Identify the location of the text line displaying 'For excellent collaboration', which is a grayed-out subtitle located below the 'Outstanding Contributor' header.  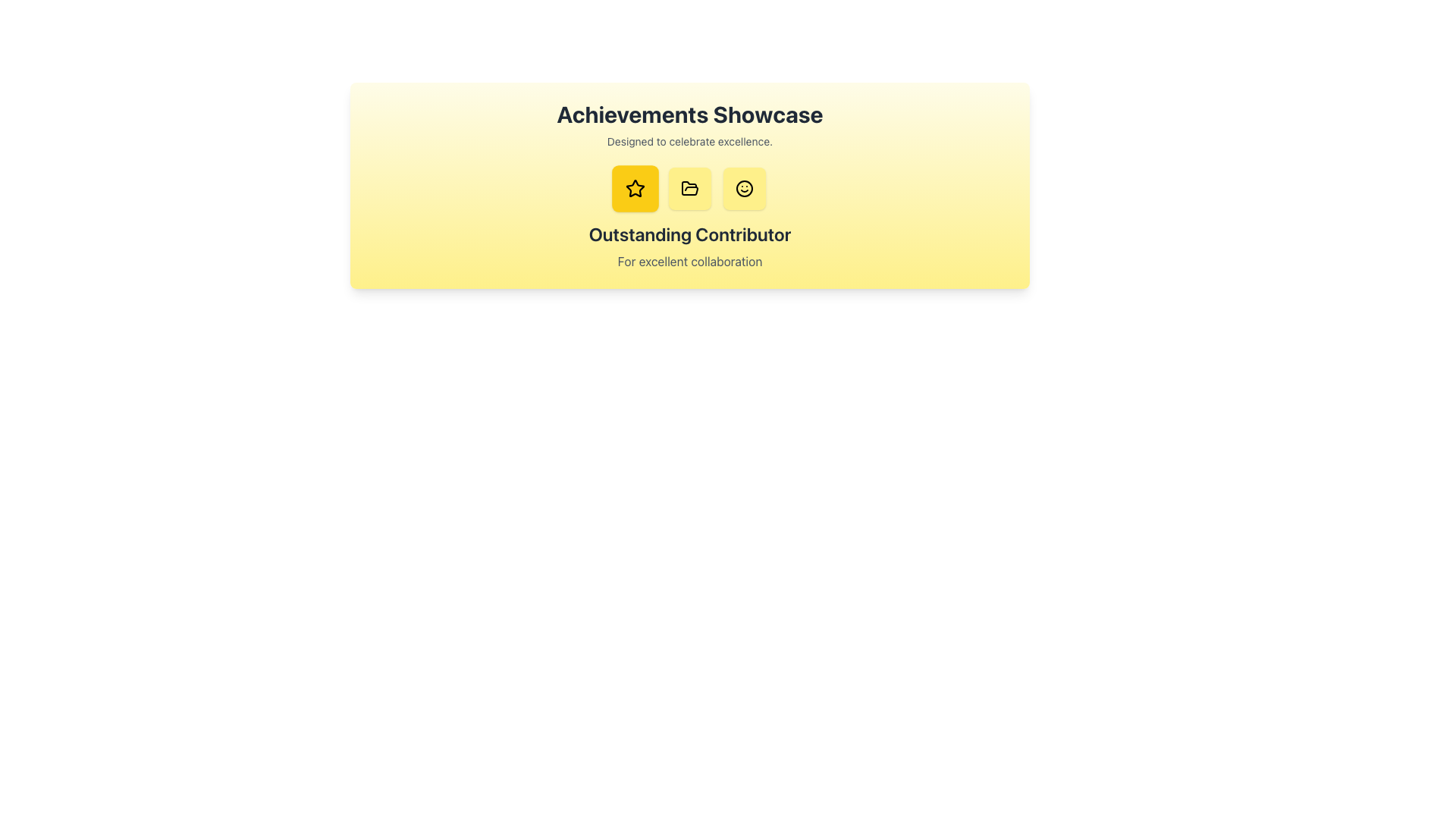
(689, 260).